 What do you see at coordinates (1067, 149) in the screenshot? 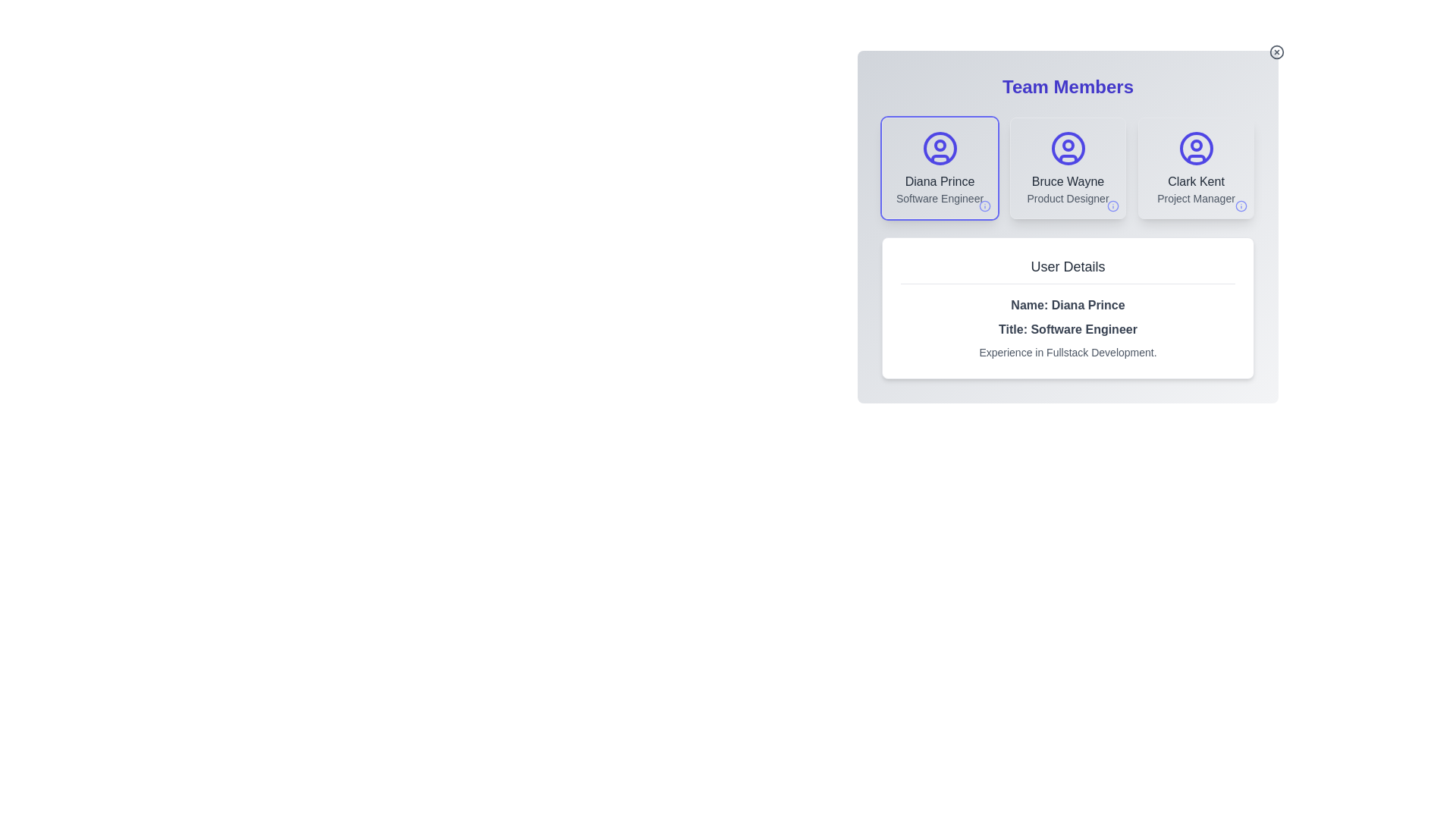
I see `the SVG graphical element (circle) representing a user's icon in the Team Members profile card` at bounding box center [1067, 149].